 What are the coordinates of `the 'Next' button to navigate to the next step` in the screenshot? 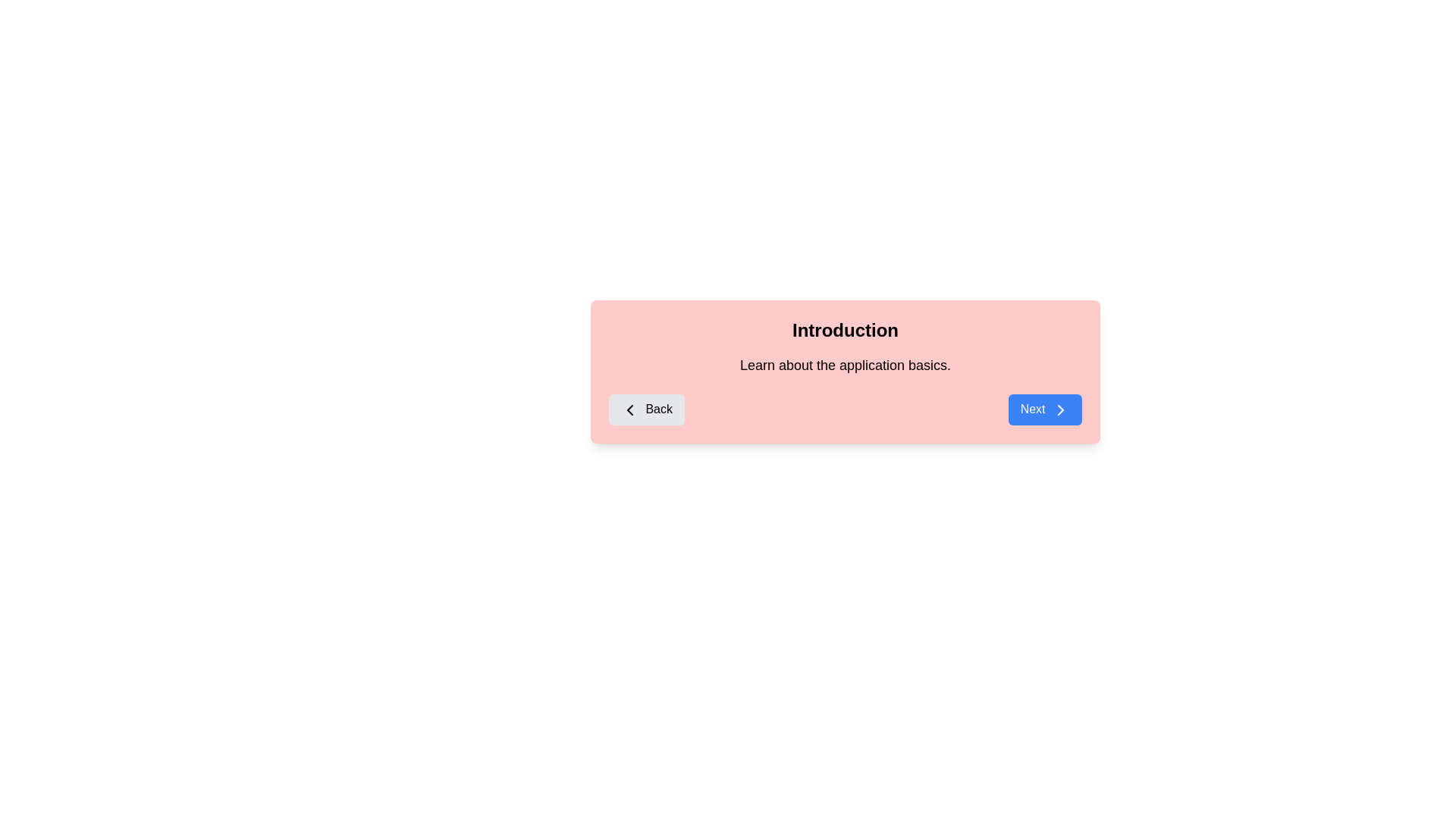 It's located at (1043, 409).